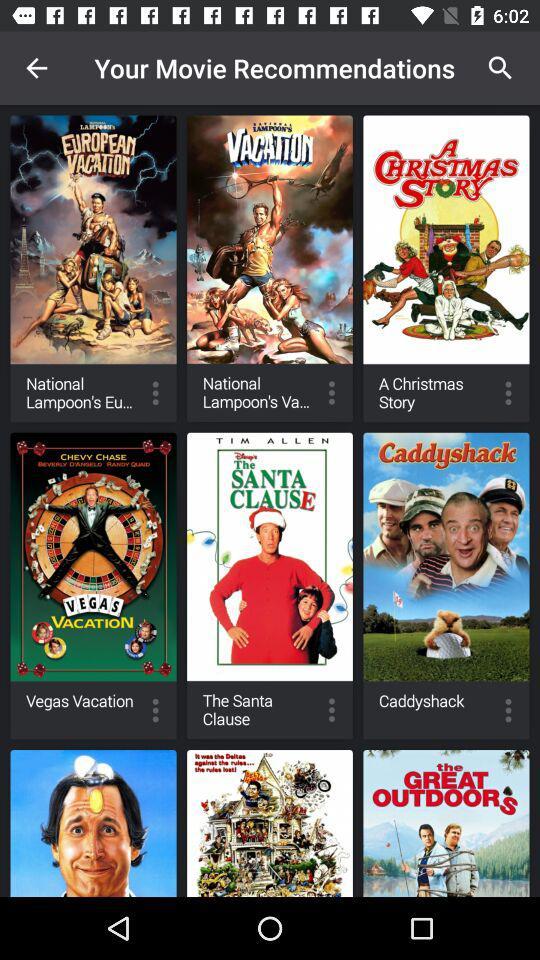 This screenshot has width=540, height=960. What do you see at coordinates (499, 68) in the screenshot?
I see `icon to the right of the your movie recommendations icon` at bounding box center [499, 68].